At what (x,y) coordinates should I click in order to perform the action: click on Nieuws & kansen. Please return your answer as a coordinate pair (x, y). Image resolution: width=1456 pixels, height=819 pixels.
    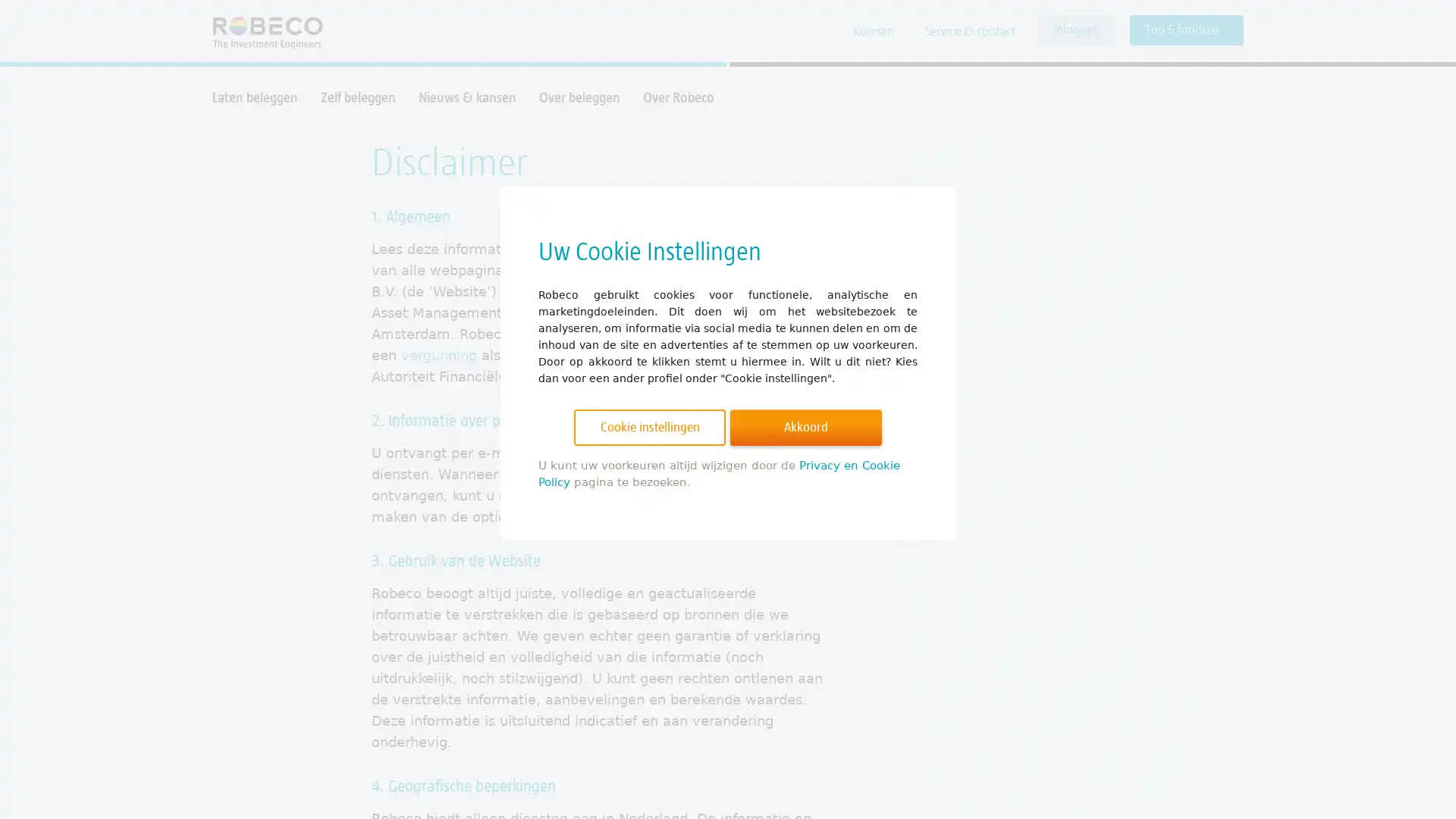
    Looking at the image, I should click on (466, 97).